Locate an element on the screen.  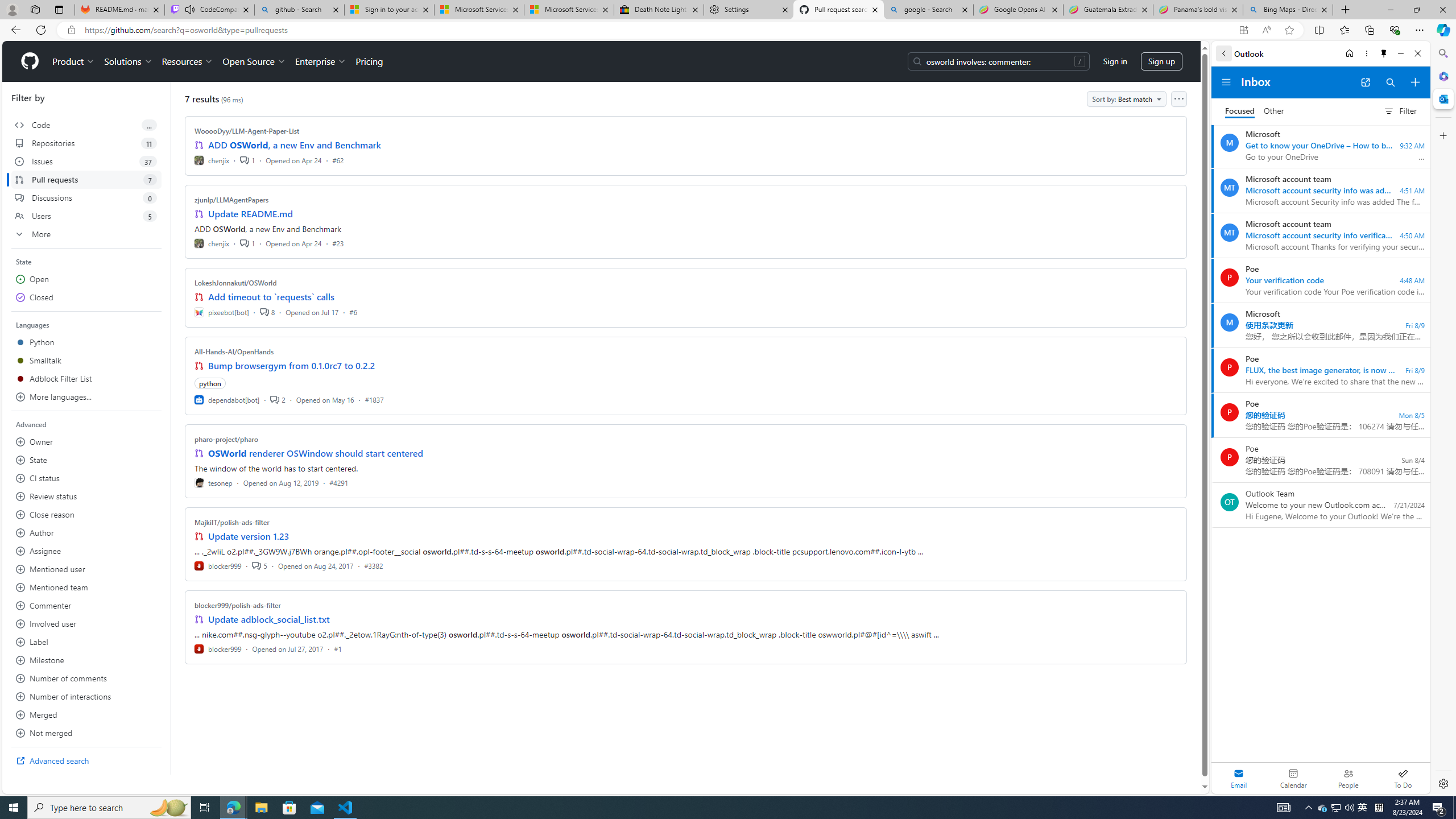
'Open Source' is located at coordinates (255, 61).